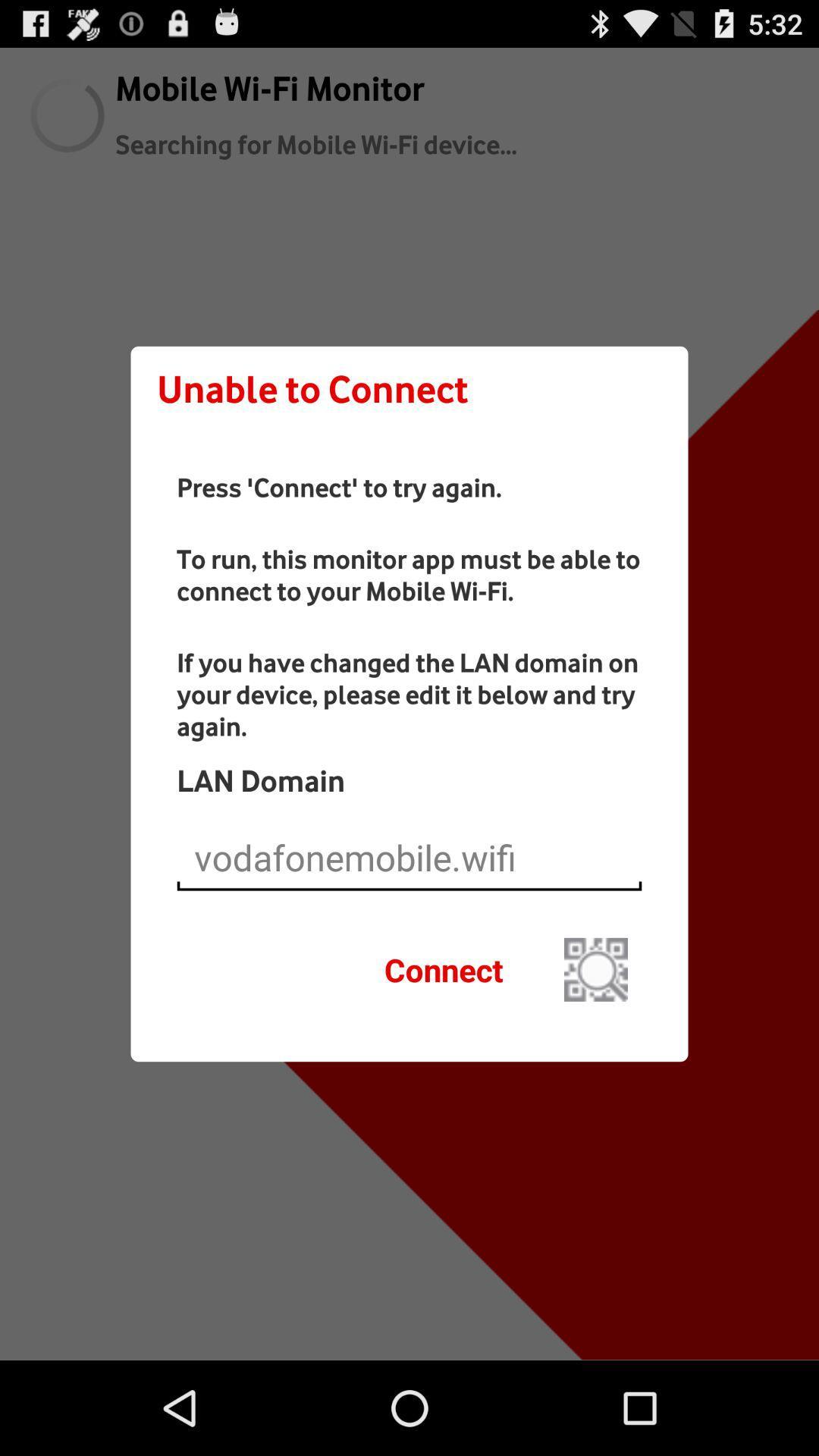  Describe the element at coordinates (595, 968) in the screenshot. I see `open qr camera` at that location.